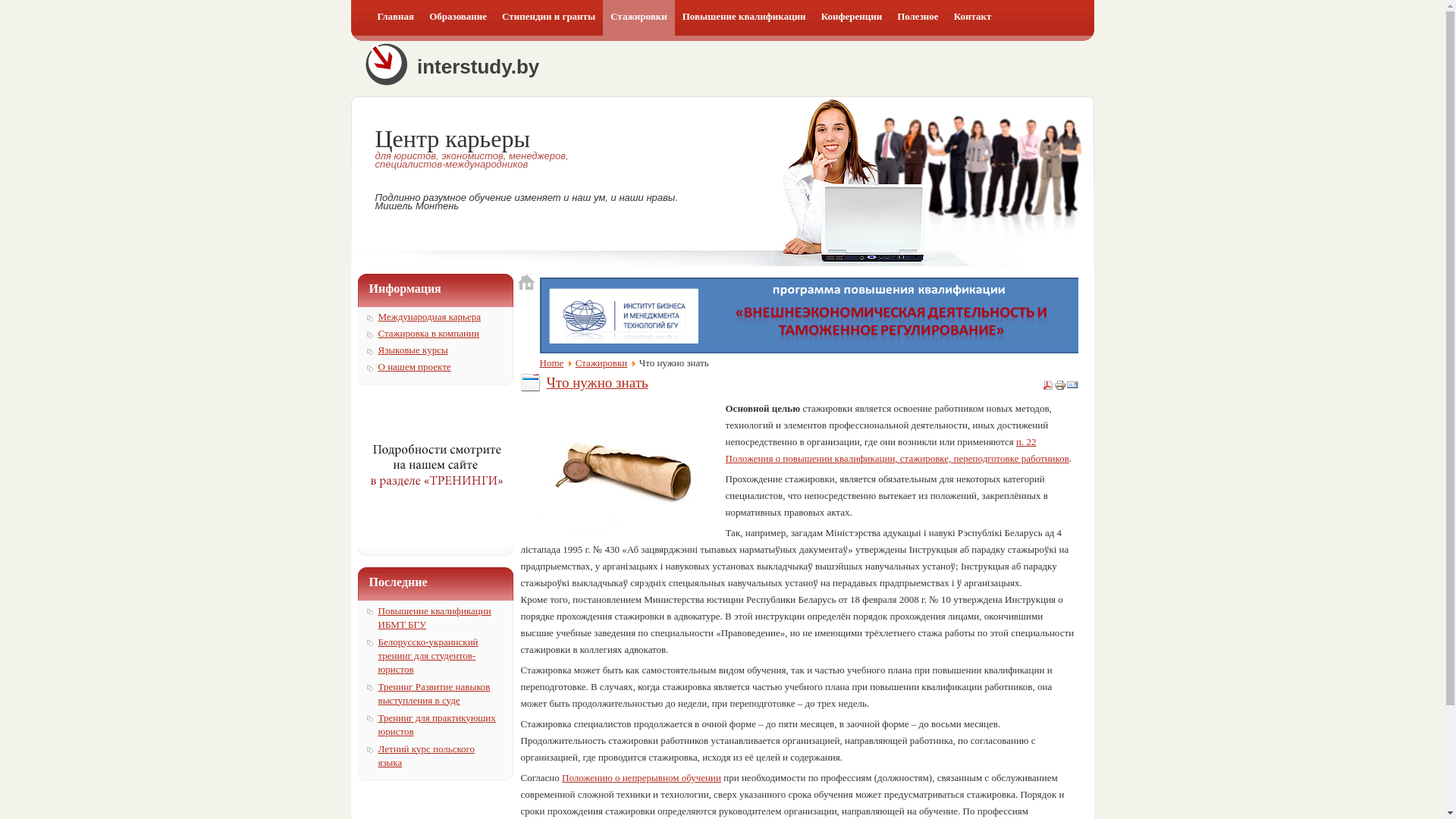  What do you see at coordinates (1072, 387) in the screenshot?
I see `'E-mail'` at bounding box center [1072, 387].